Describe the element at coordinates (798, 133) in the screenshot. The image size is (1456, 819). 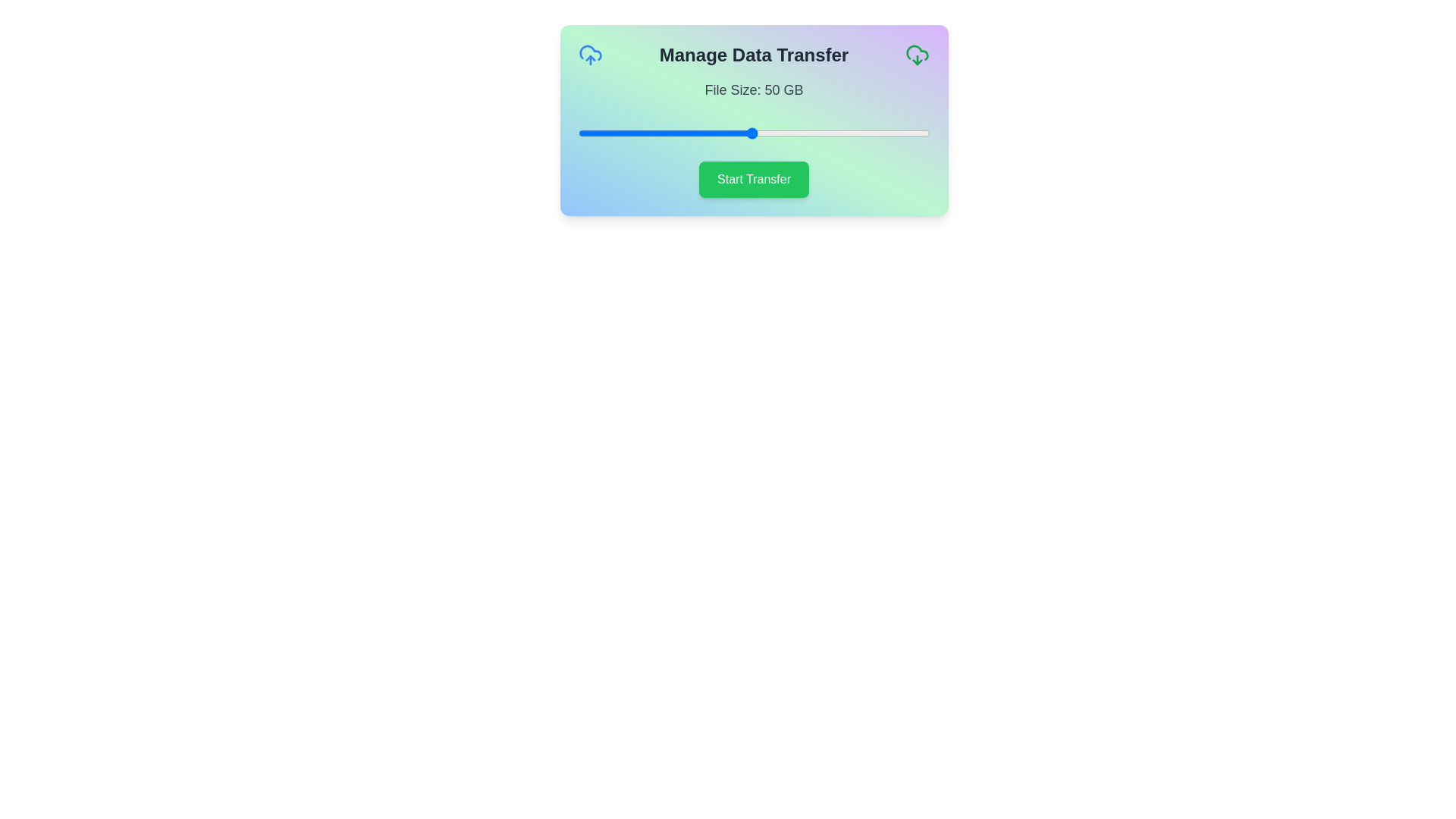
I see `the slider to set the file size to 63 GB` at that location.